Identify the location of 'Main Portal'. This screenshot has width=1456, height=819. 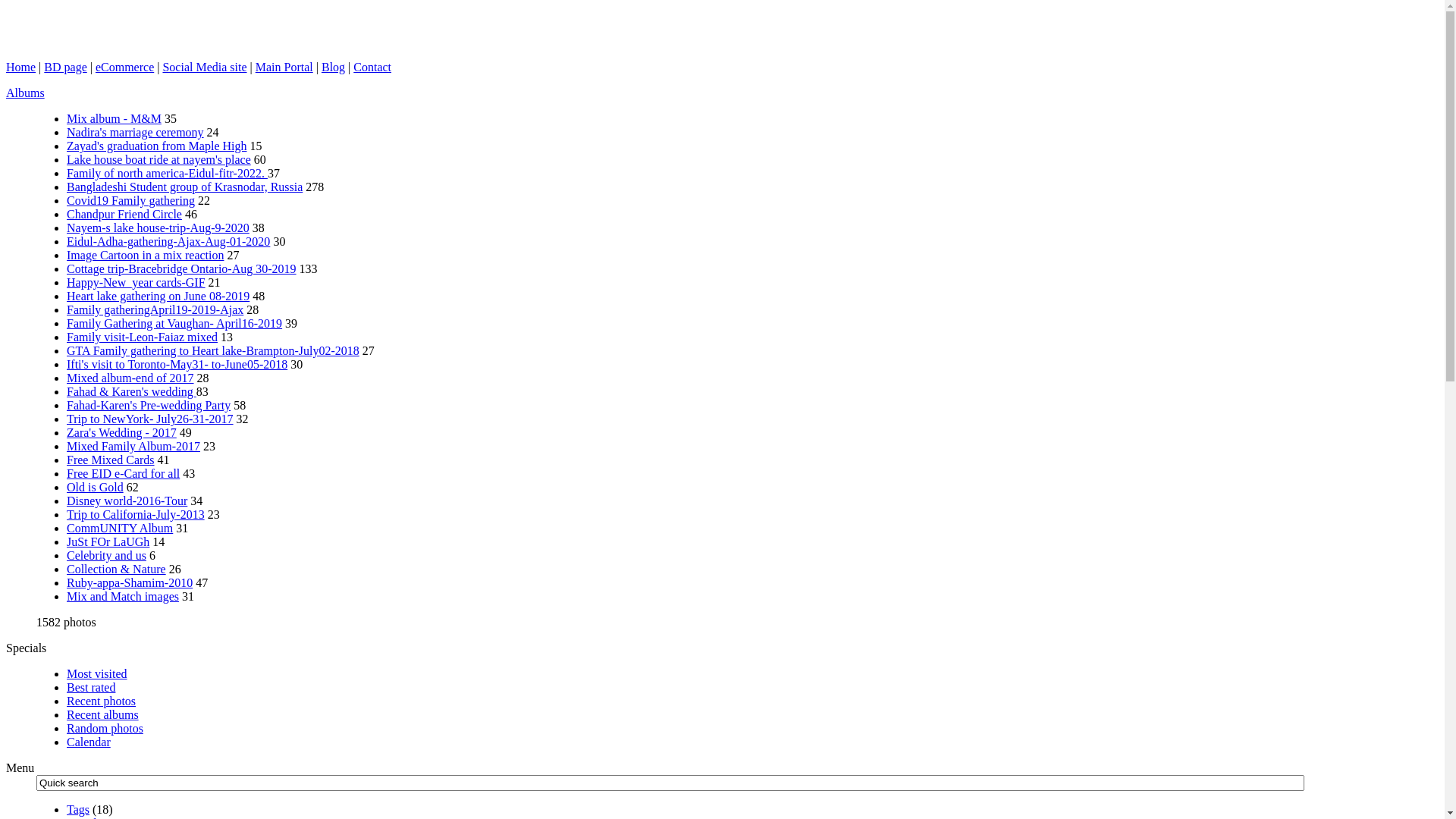
(255, 66).